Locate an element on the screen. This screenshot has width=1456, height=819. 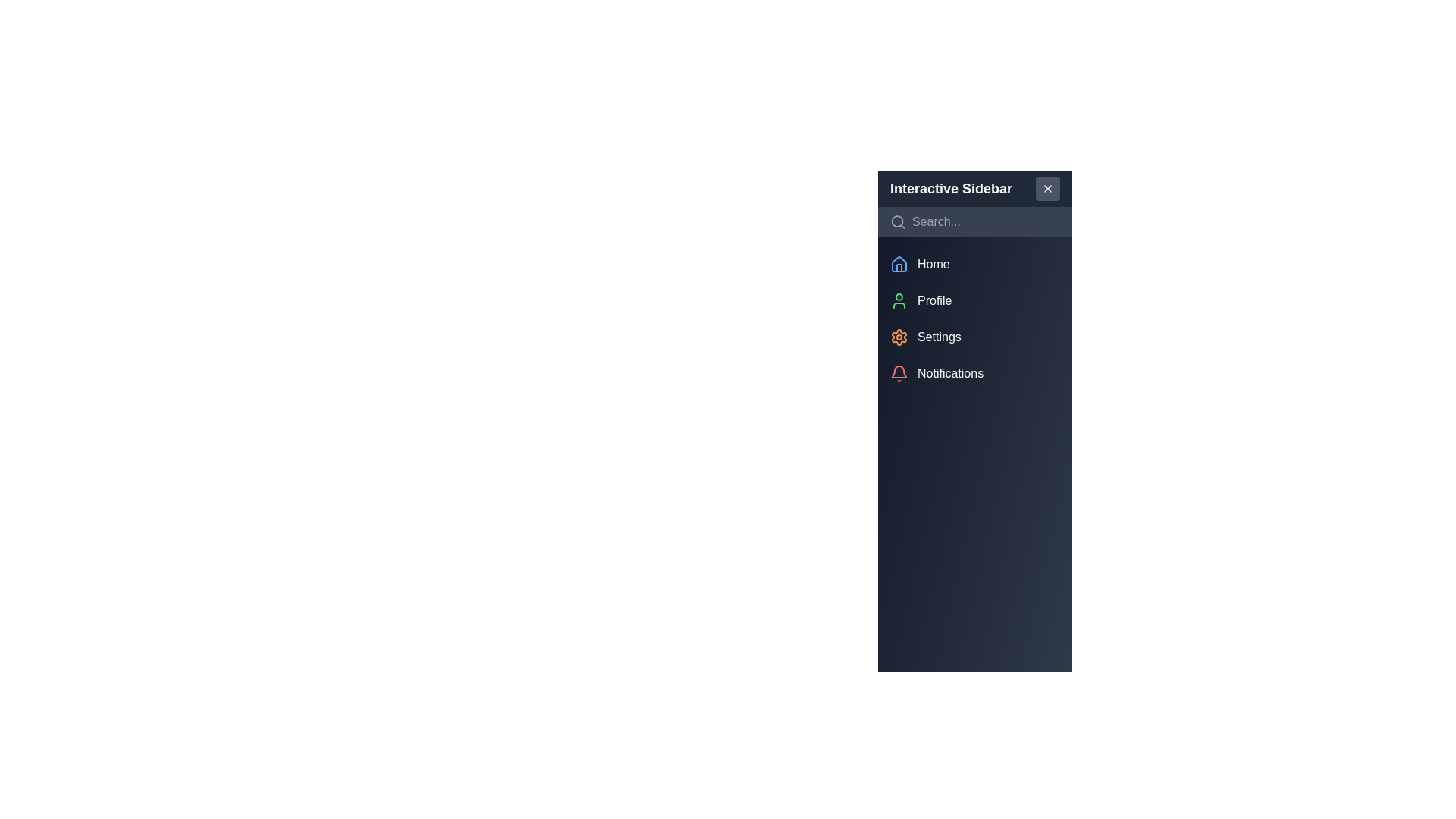
the orange gear icon representing settings in the navigation menu is located at coordinates (899, 336).